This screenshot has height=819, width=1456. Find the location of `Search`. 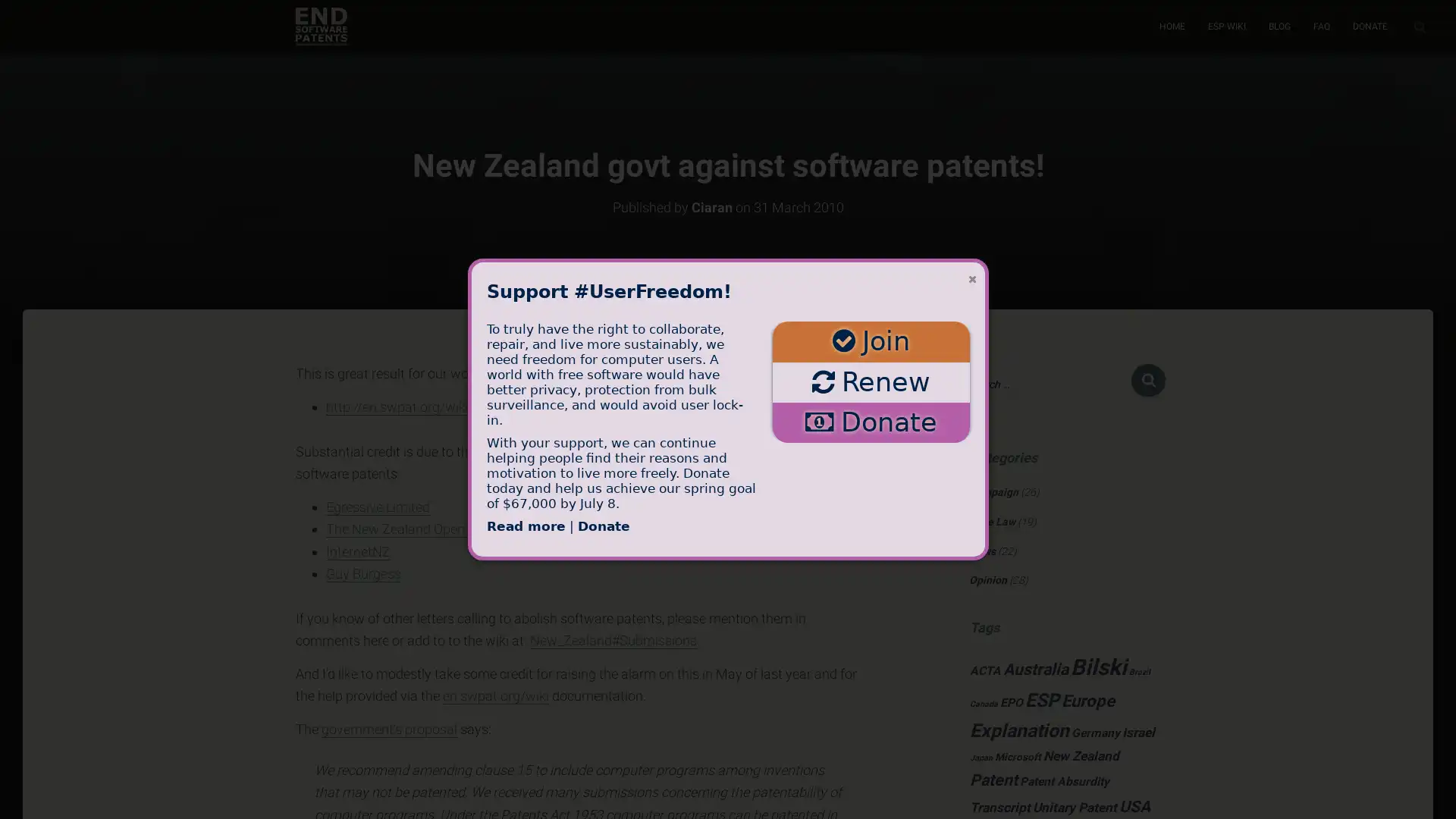

Search is located at coordinates (1148, 379).